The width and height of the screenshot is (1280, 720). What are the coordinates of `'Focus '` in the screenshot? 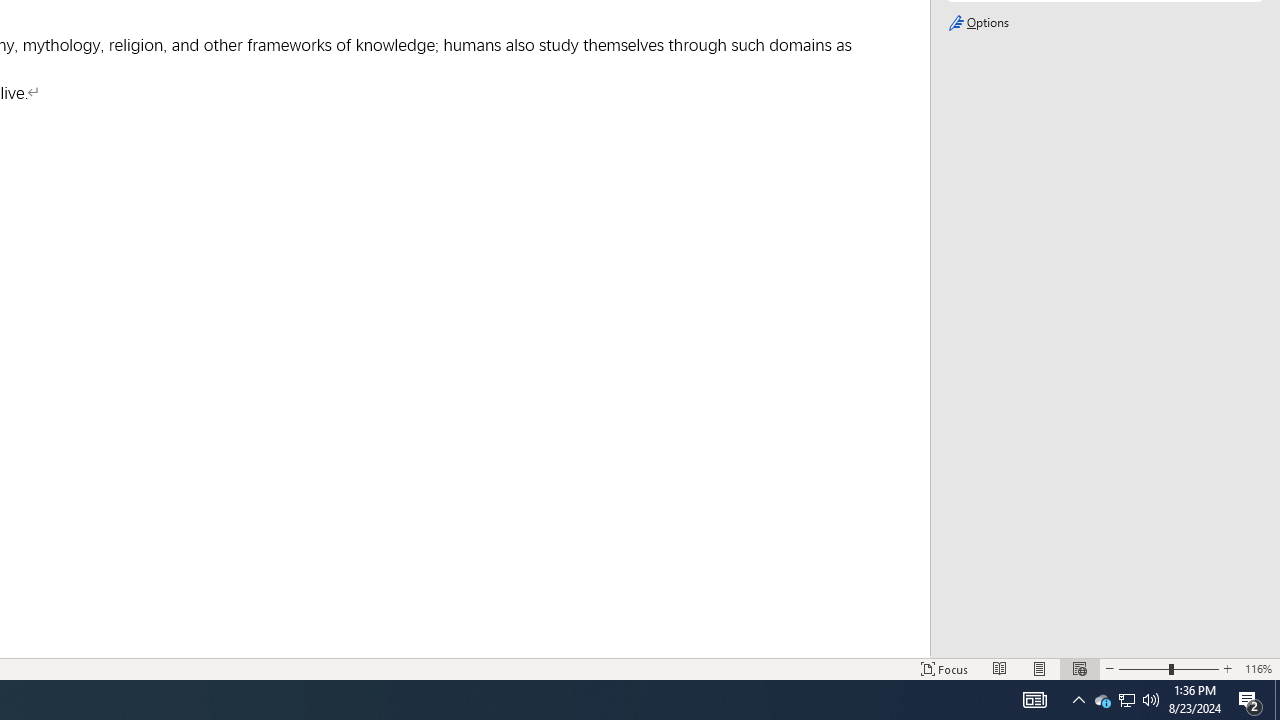 It's located at (943, 669).